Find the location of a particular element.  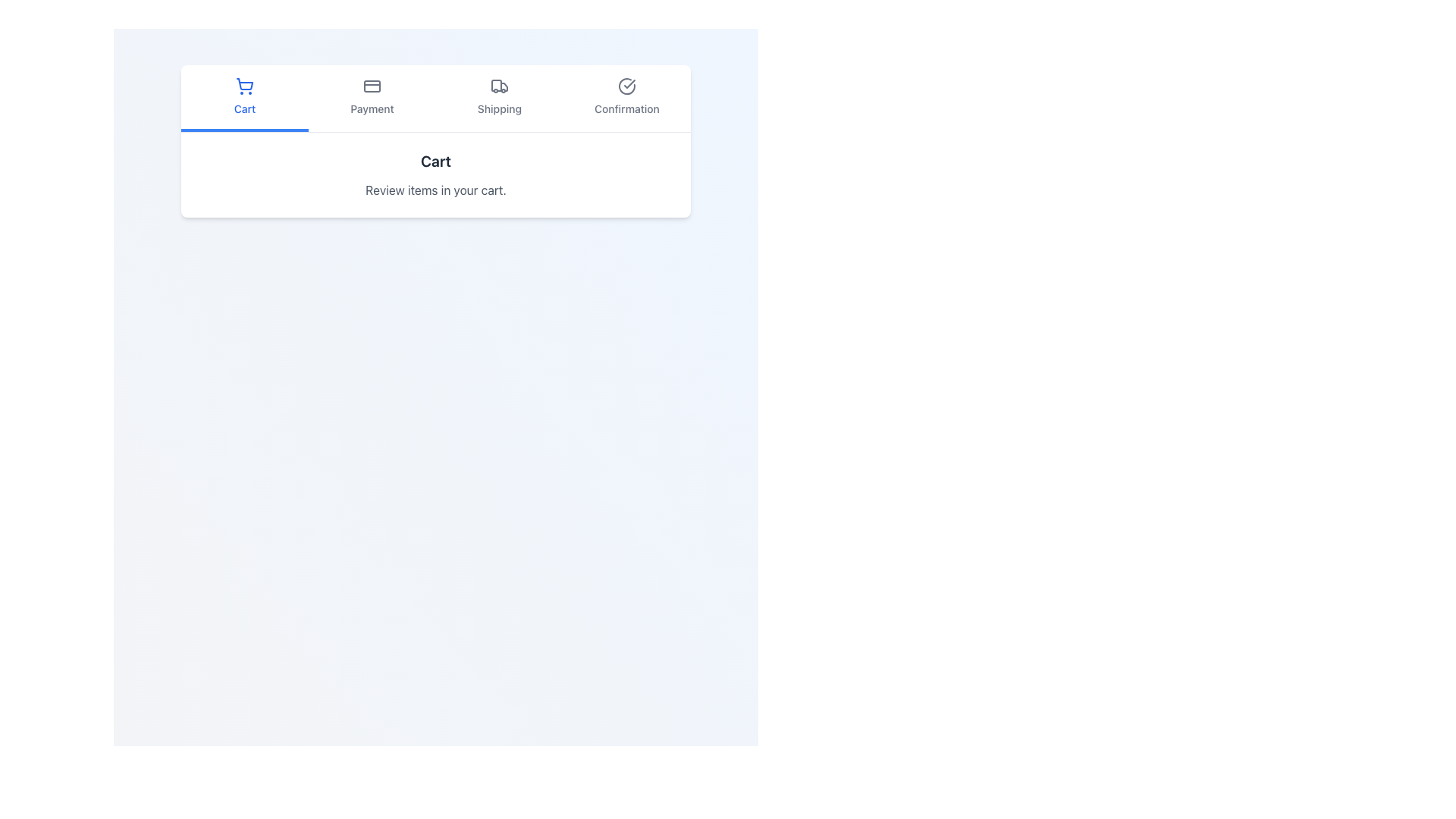

the Navigation Tab with the truck icon and the text 'Shipping' is located at coordinates (499, 96).